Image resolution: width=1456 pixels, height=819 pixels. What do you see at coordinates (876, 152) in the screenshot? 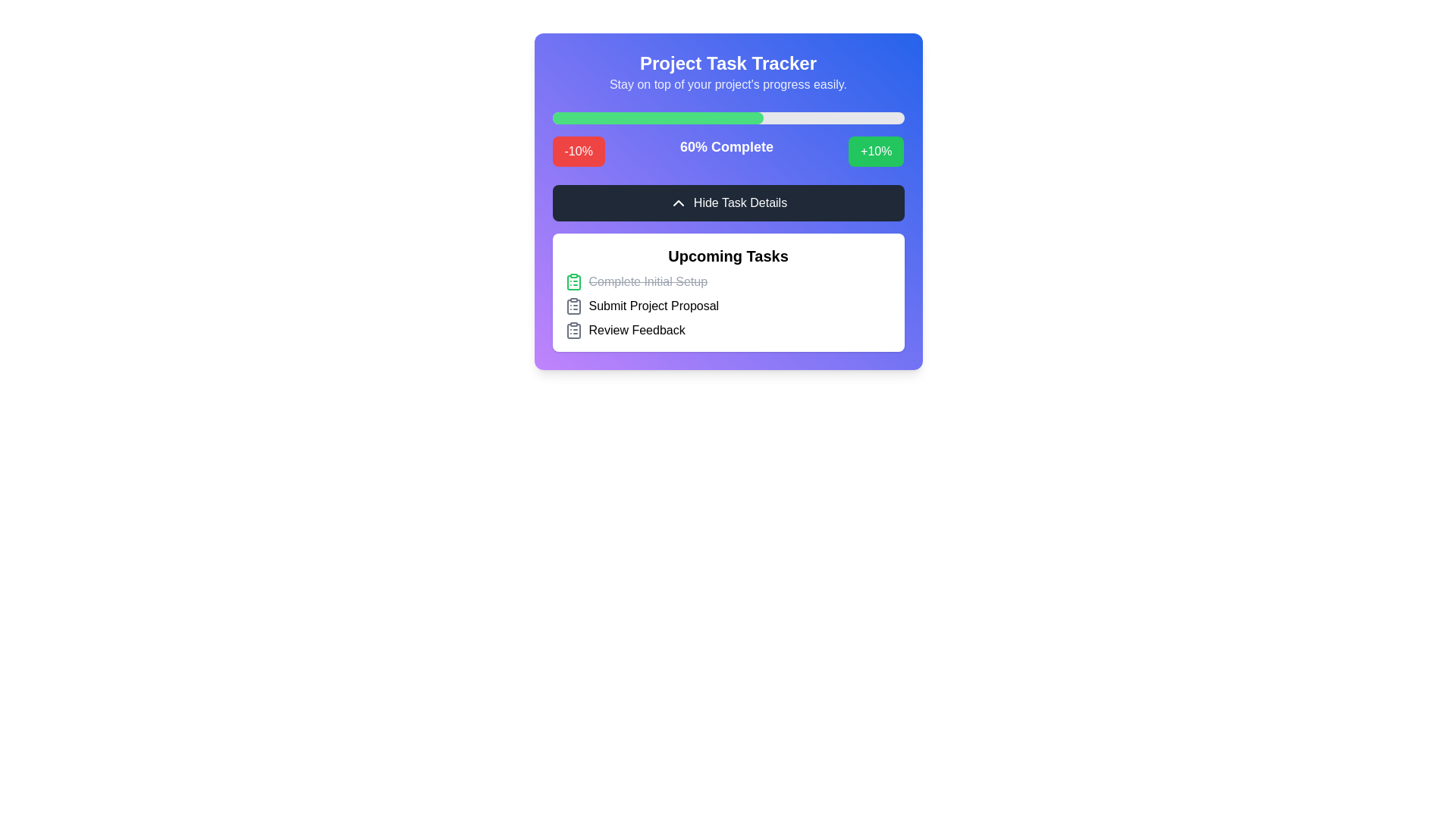
I see `the green button labeled '+10%' for accessibility navigation` at bounding box center [876, 152].